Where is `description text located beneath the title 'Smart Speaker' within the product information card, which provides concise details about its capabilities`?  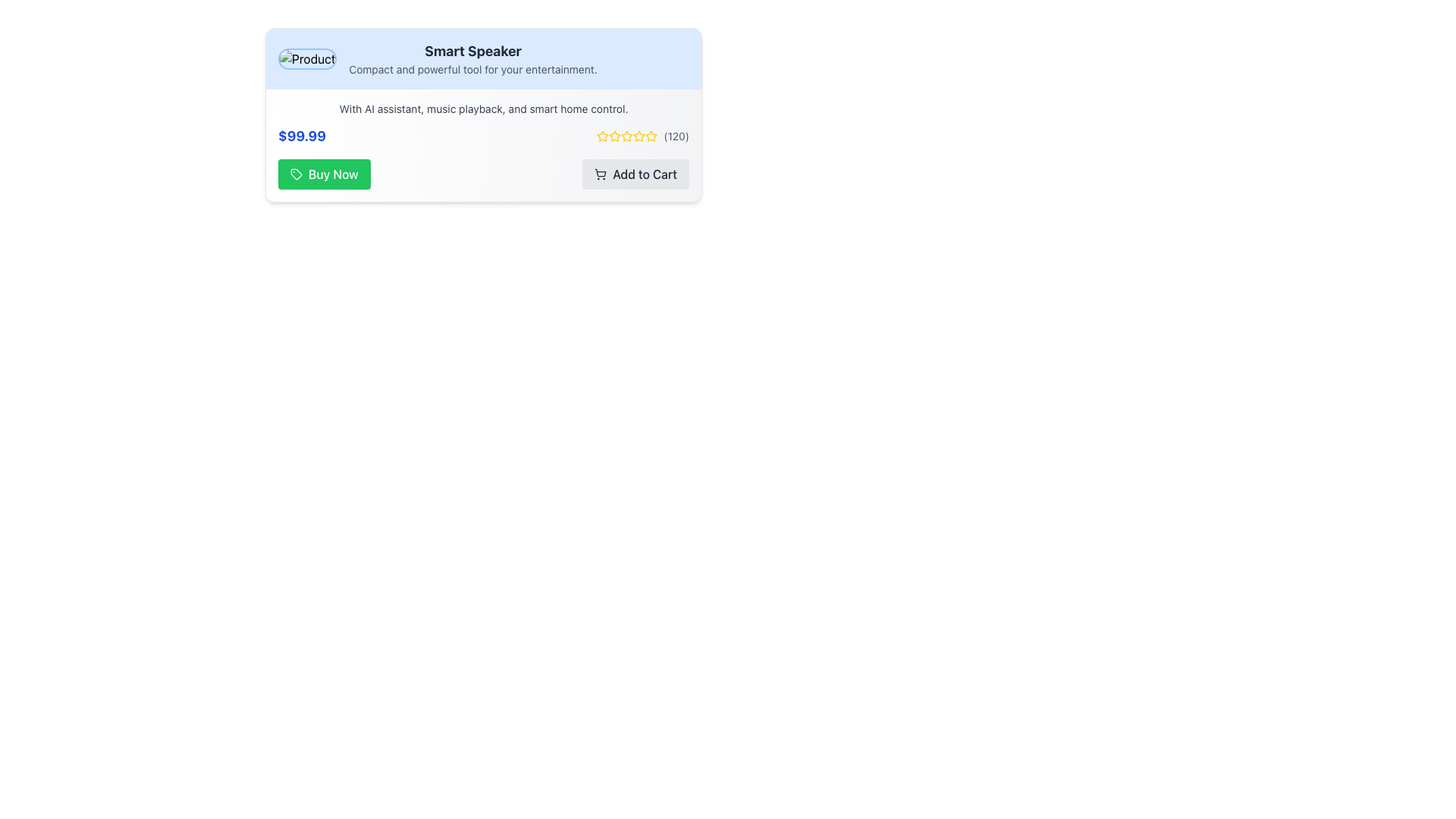
description text located beneath the title 'Smart Speaker' within the product information card, which provides concise details about its capabilities is located at coordinates (483, 108).